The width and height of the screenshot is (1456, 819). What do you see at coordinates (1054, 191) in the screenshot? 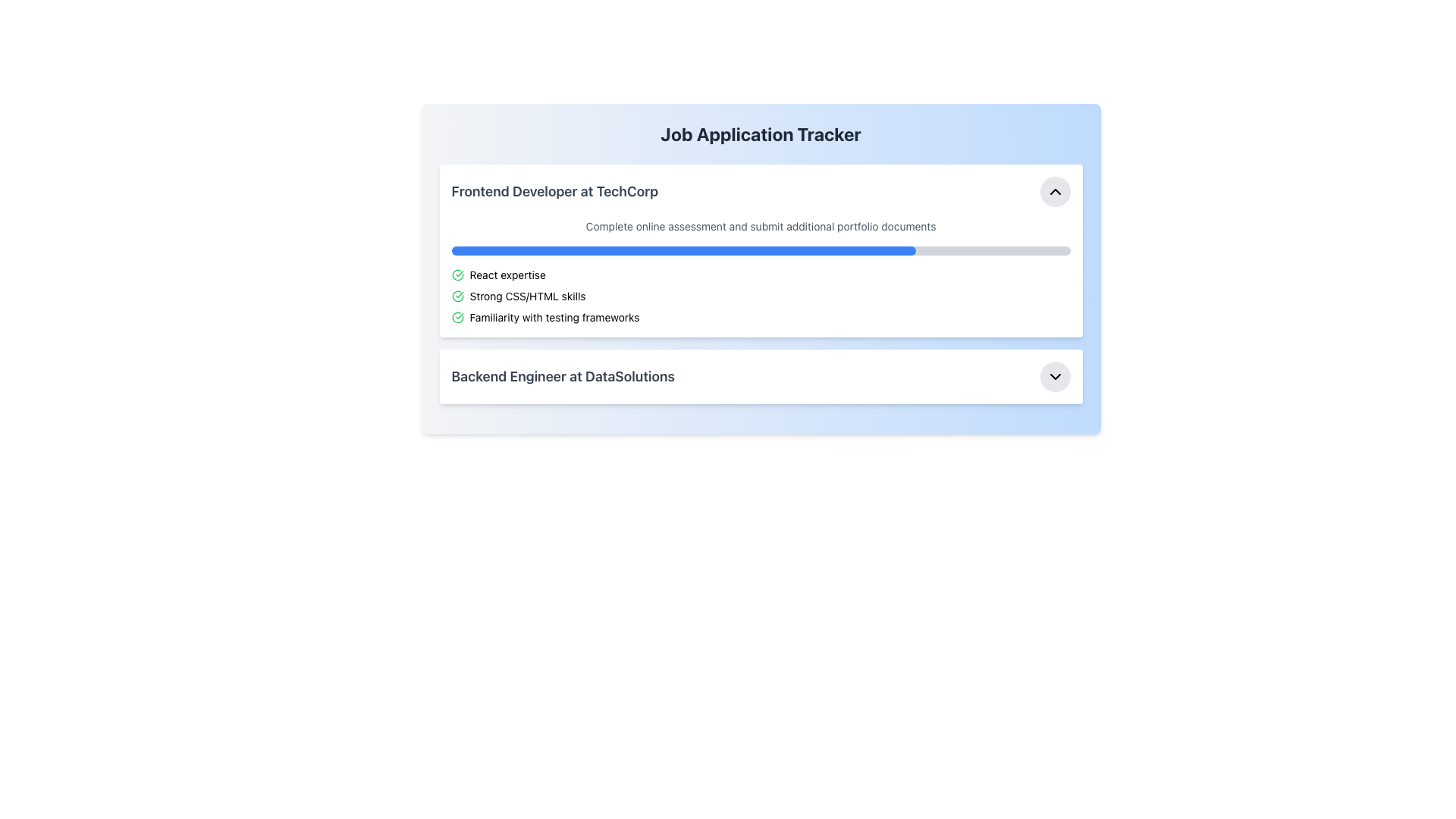
I see `the upward-facing chevron icon embedded in the light gray rounded button` at bounding box center [1054, 191].